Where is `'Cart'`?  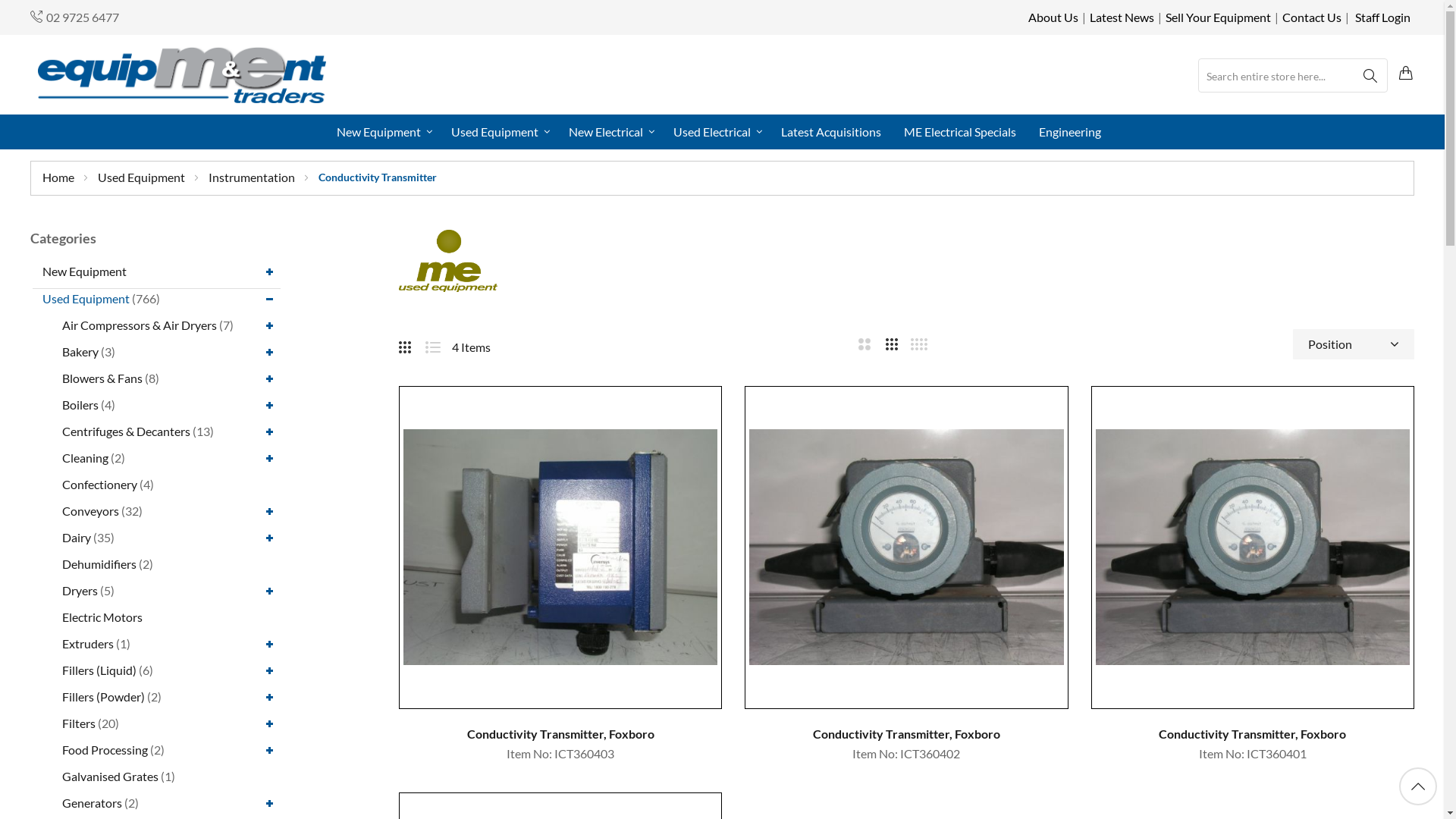 'Cart' is located at coordinates (1405, 74).